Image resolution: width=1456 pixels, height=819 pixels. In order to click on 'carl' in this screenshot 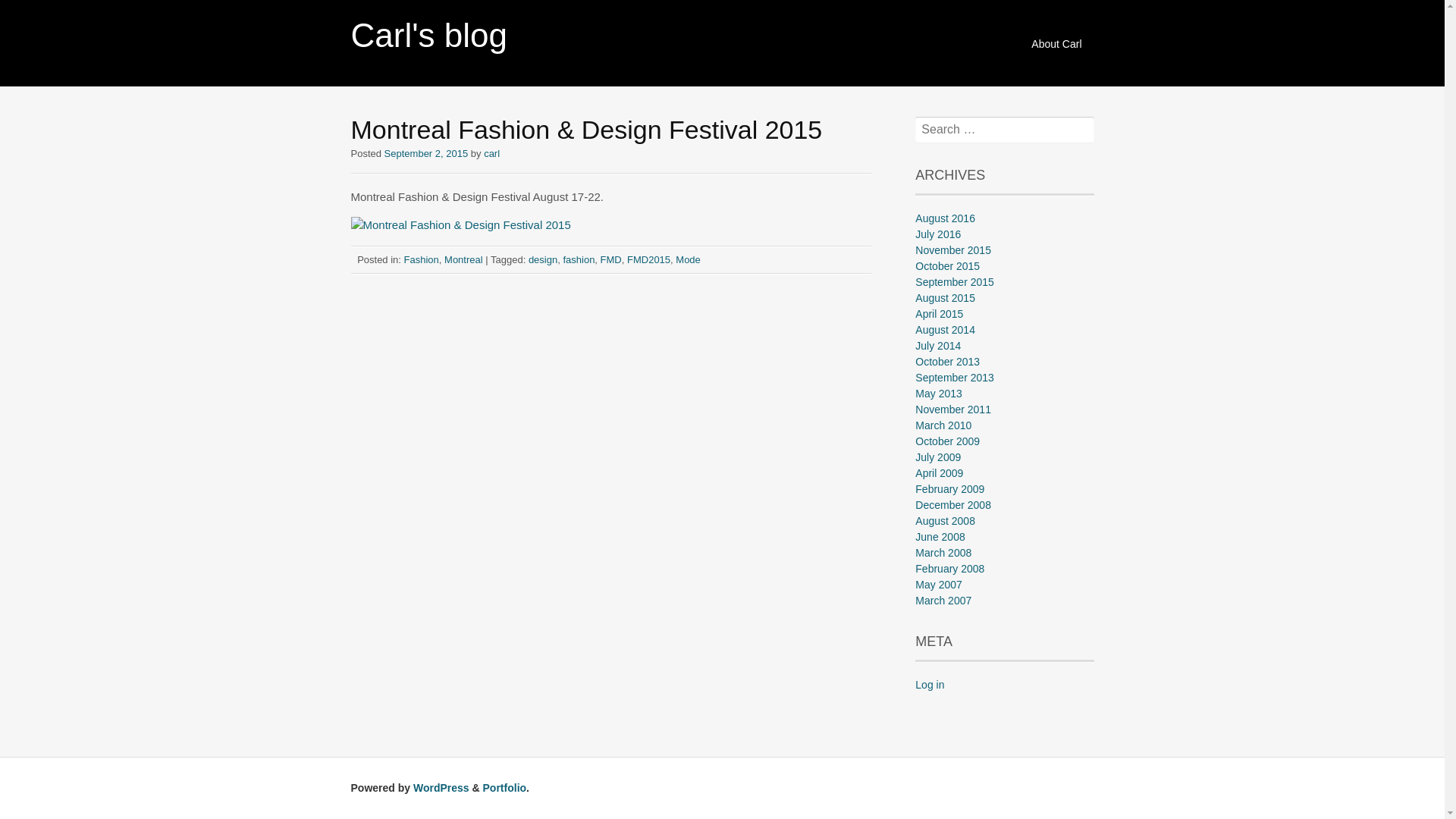, I will do `click(491, 153)`.